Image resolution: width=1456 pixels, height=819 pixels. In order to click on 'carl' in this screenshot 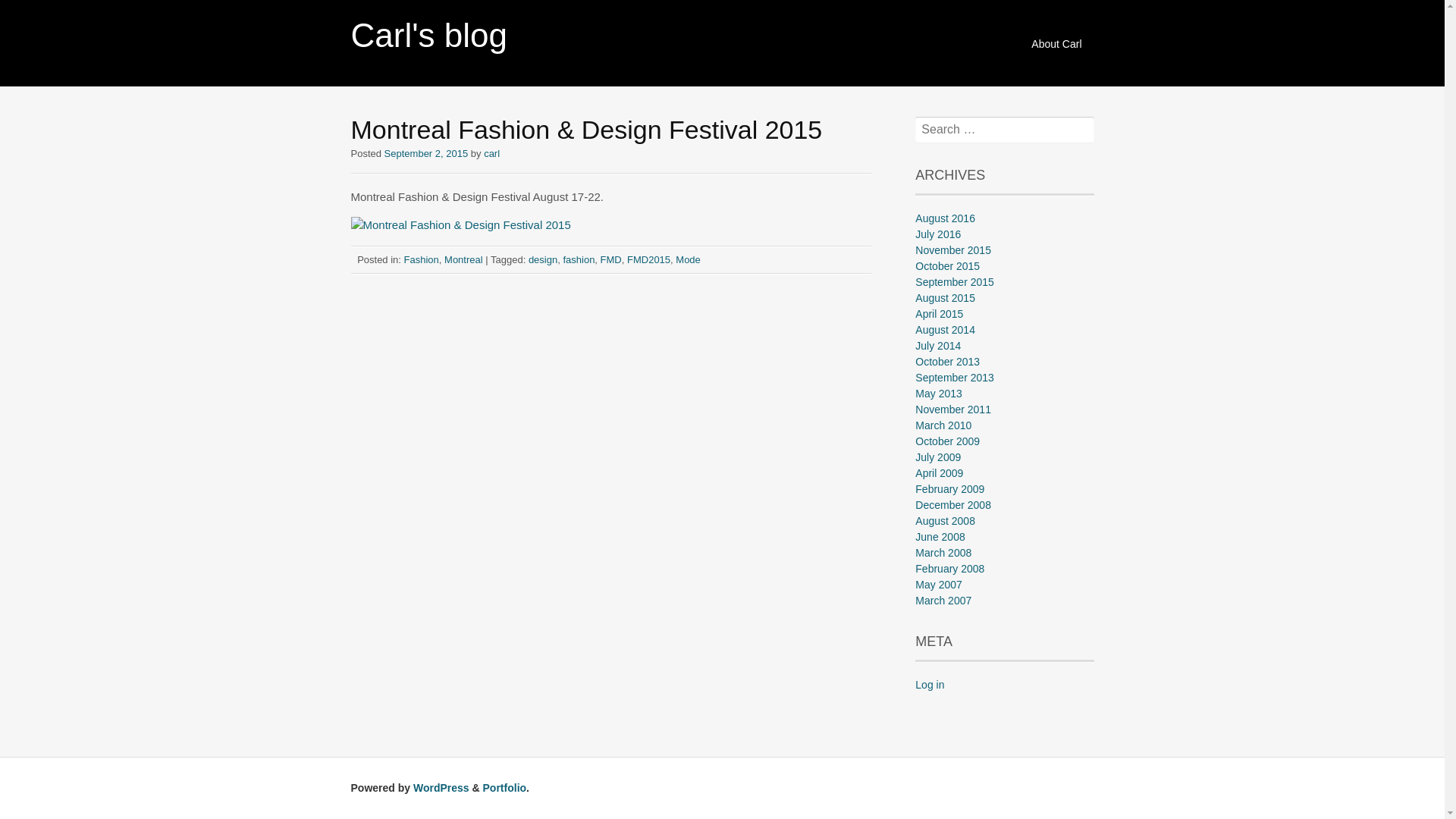, I will do `click(491, 153)`.